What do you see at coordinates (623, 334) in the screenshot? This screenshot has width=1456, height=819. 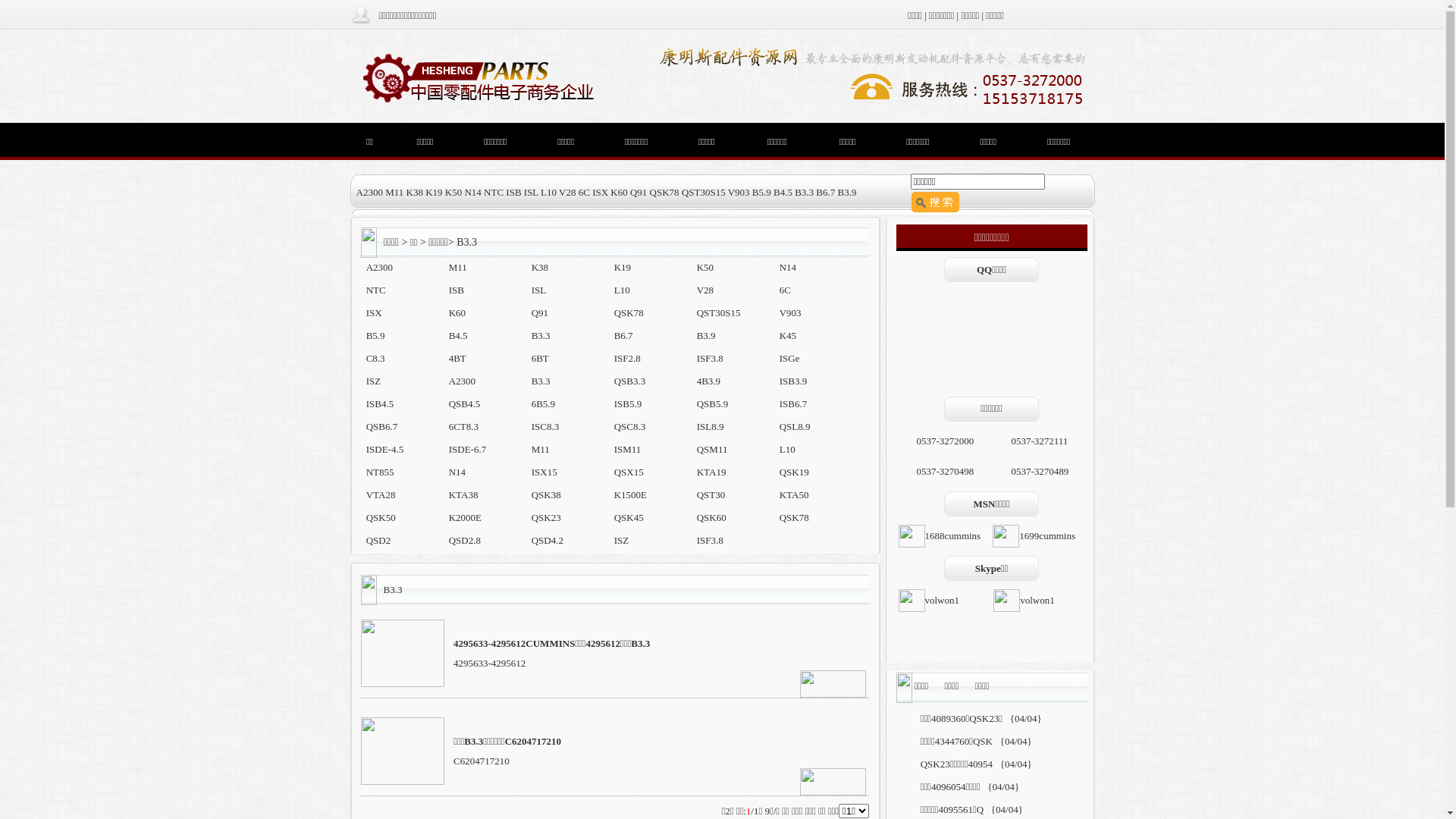 I see `'B6.7'` at bounding box center [623, 334].